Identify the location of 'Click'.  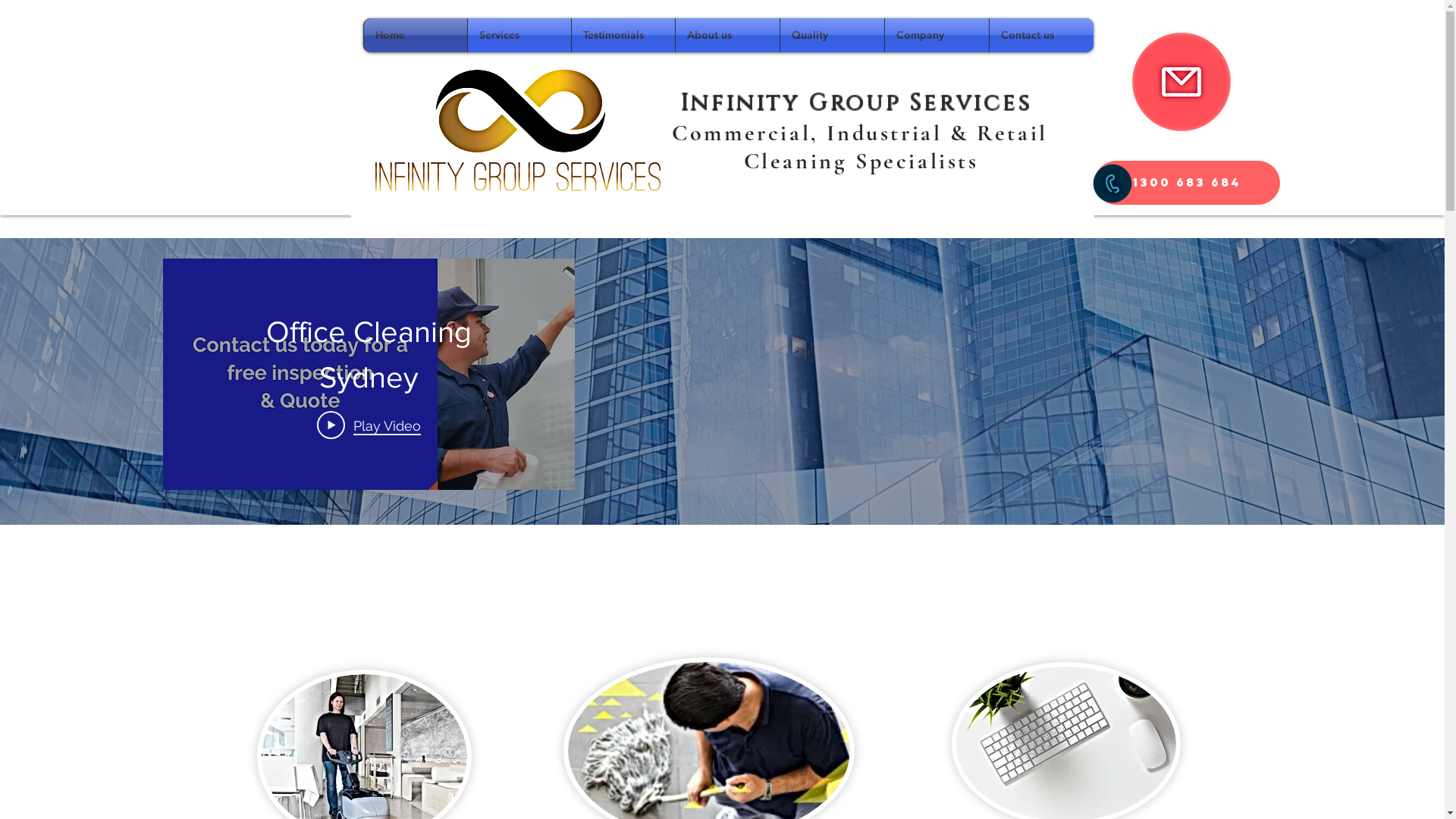
(1179, 82).